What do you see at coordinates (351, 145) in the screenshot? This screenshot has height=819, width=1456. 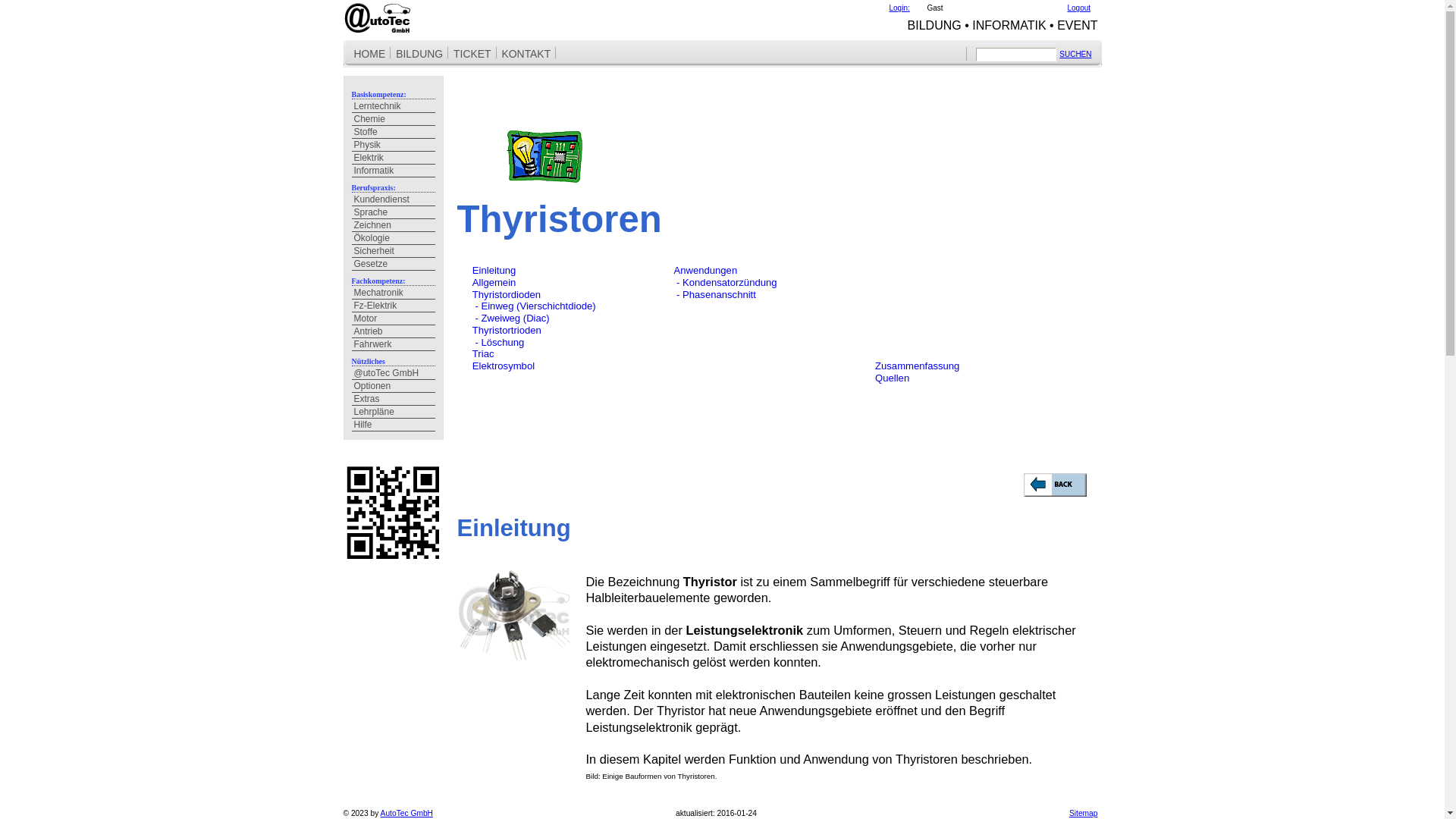 I see `'Physik'` at bounding box center [351, 145].